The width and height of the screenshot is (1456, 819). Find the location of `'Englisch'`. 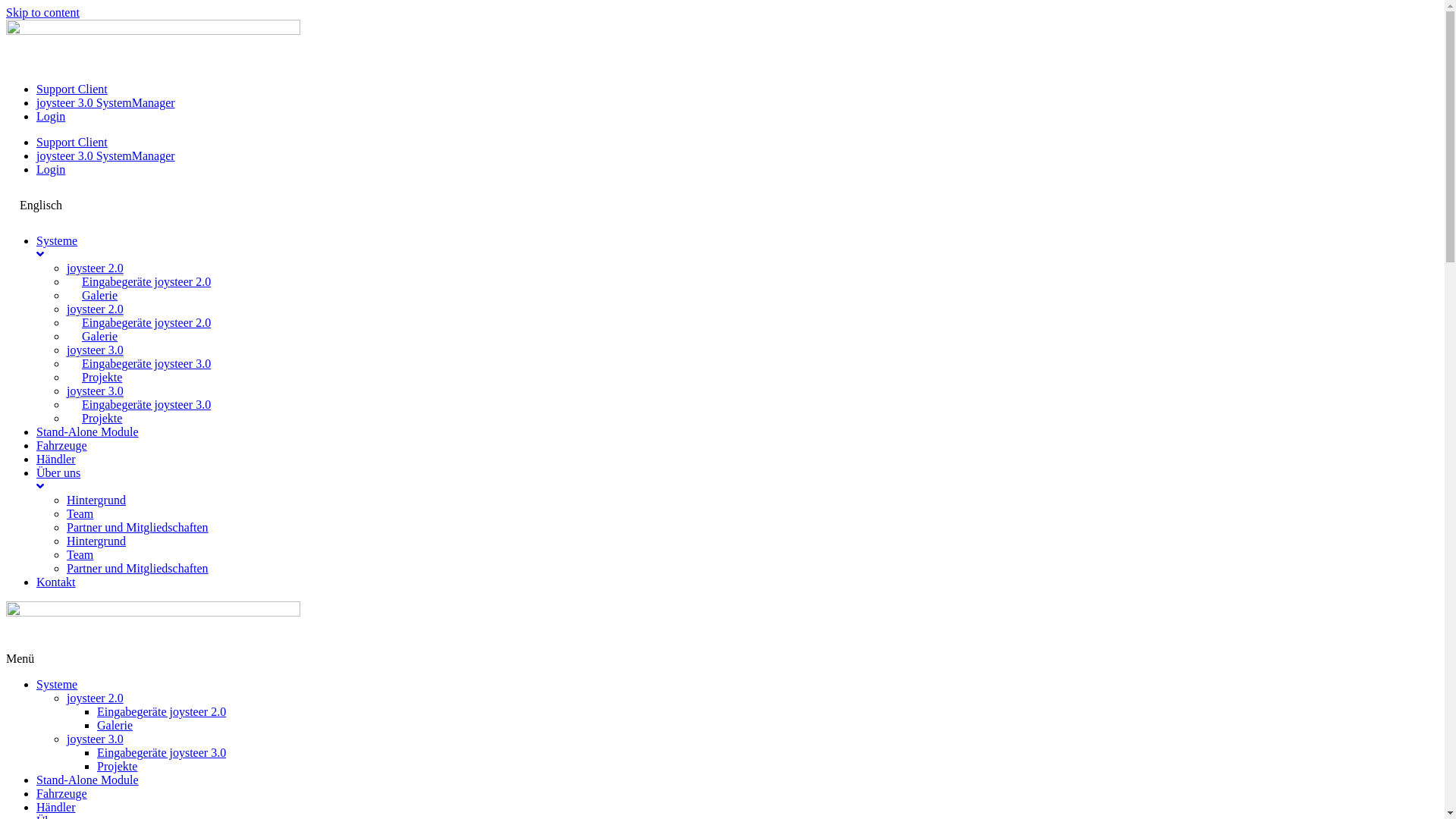

'Englisch' is located at coordinates (40, 205).